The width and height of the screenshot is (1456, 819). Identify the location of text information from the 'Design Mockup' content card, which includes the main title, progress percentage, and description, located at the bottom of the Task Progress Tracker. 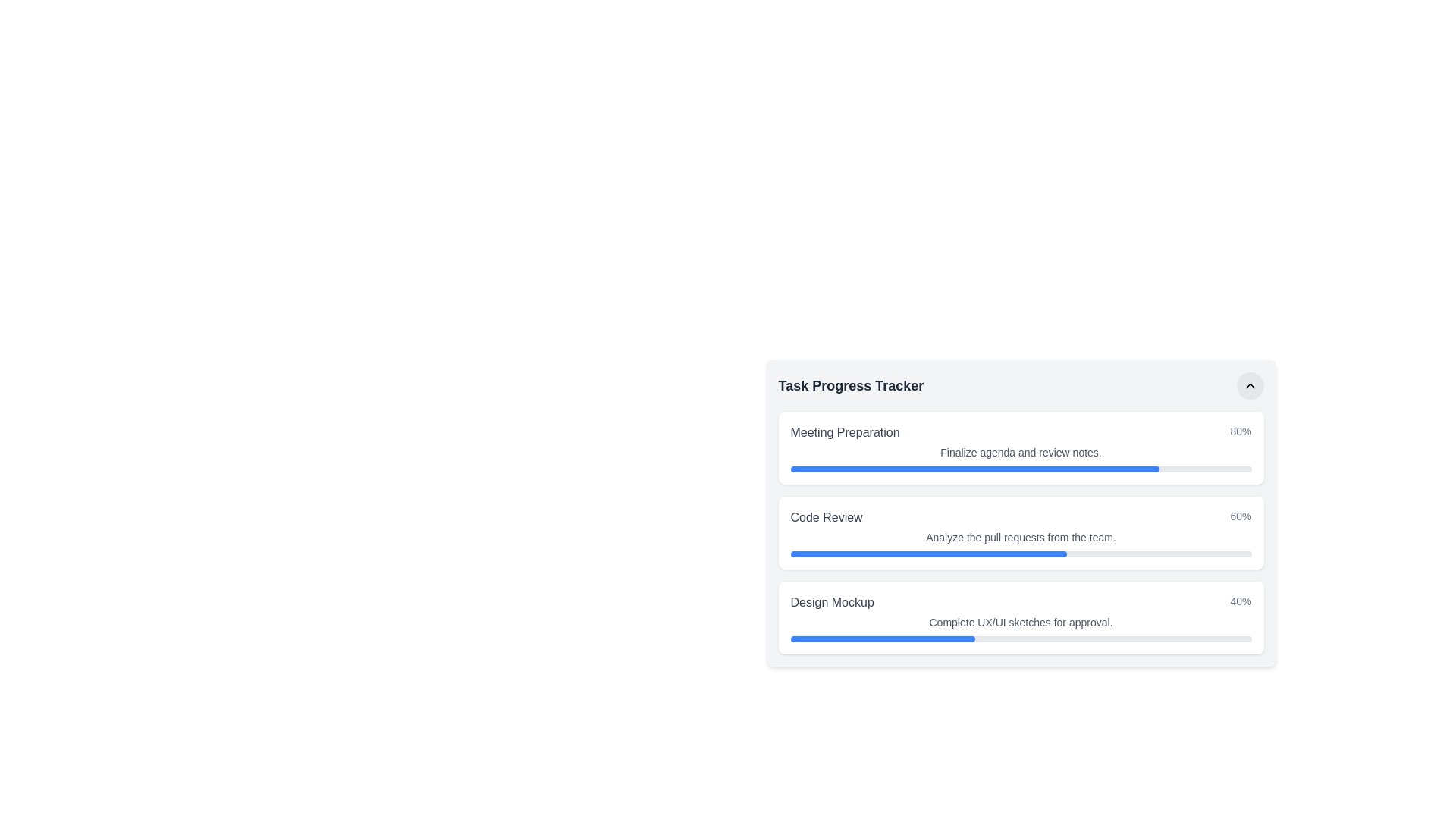
(1021, 617).